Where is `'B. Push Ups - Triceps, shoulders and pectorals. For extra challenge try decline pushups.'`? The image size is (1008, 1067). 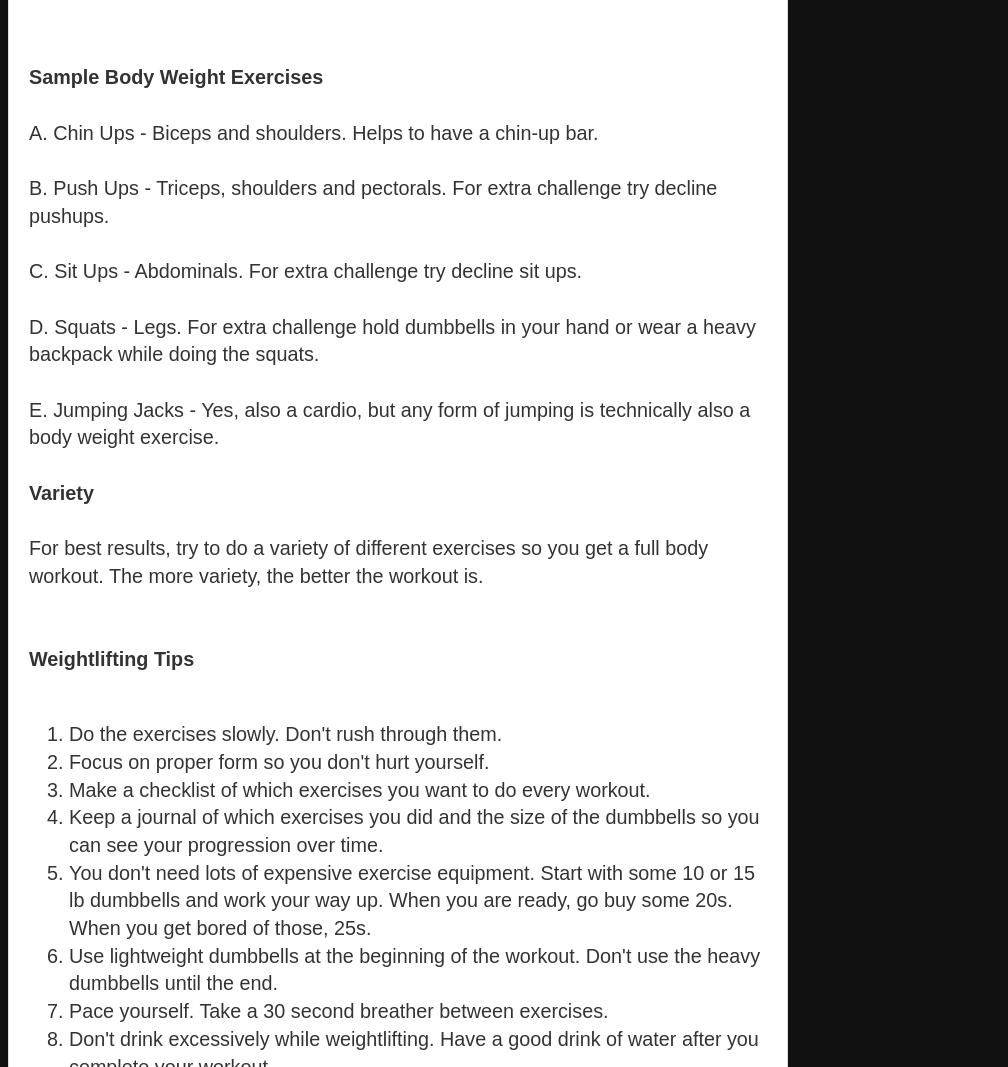 'B. Push Ups - Triceps, shoulders and pectorals. For extra challenge try decline pushups.' is located at coordinates (372, 201).